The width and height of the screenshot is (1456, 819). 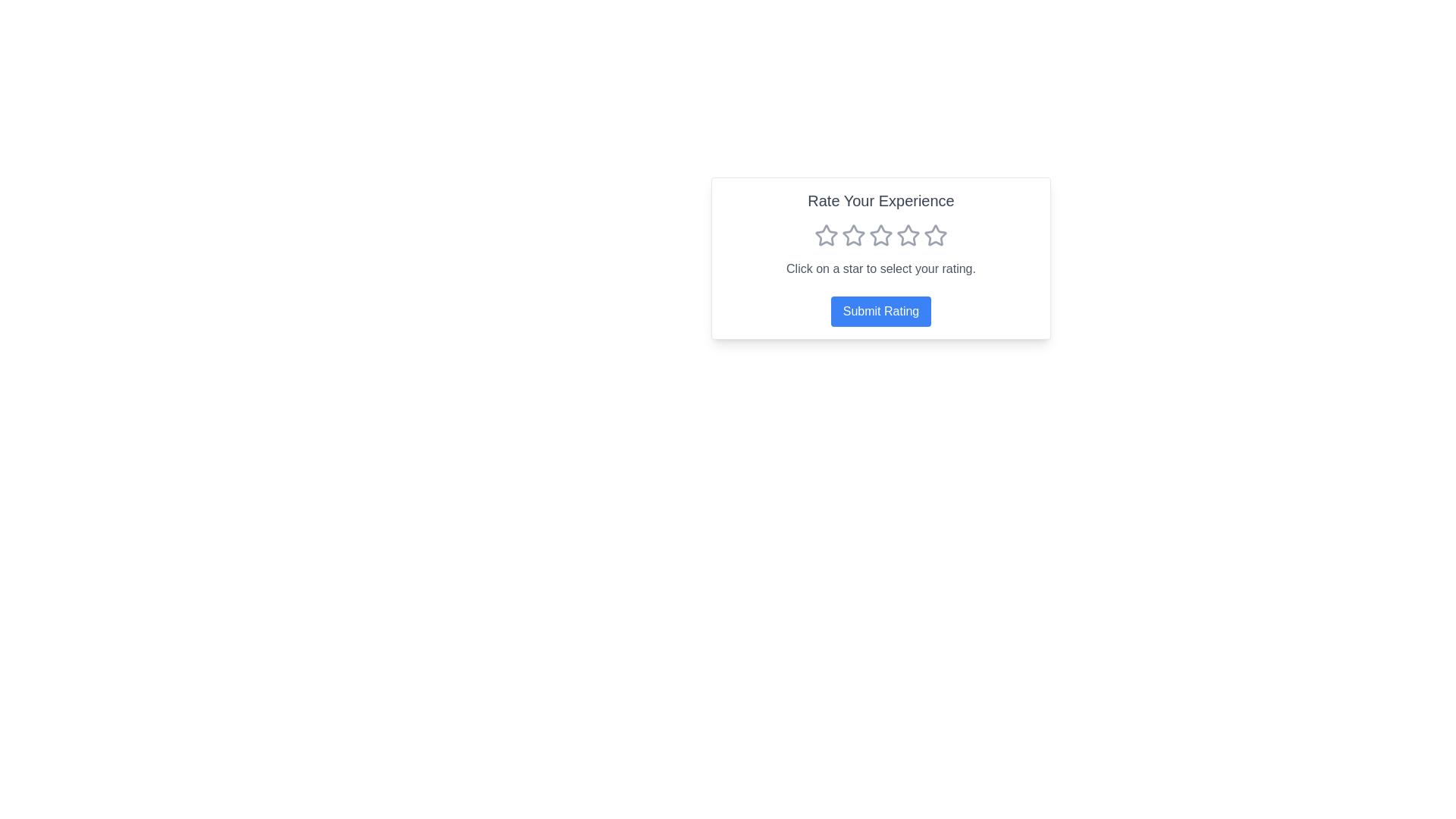 What do you see at coordinates (880, 311) in the screenshot?
I see `the blue button with rounded corners and bold white text reading 'Submit Rating'` at bounding box center [880, 311].